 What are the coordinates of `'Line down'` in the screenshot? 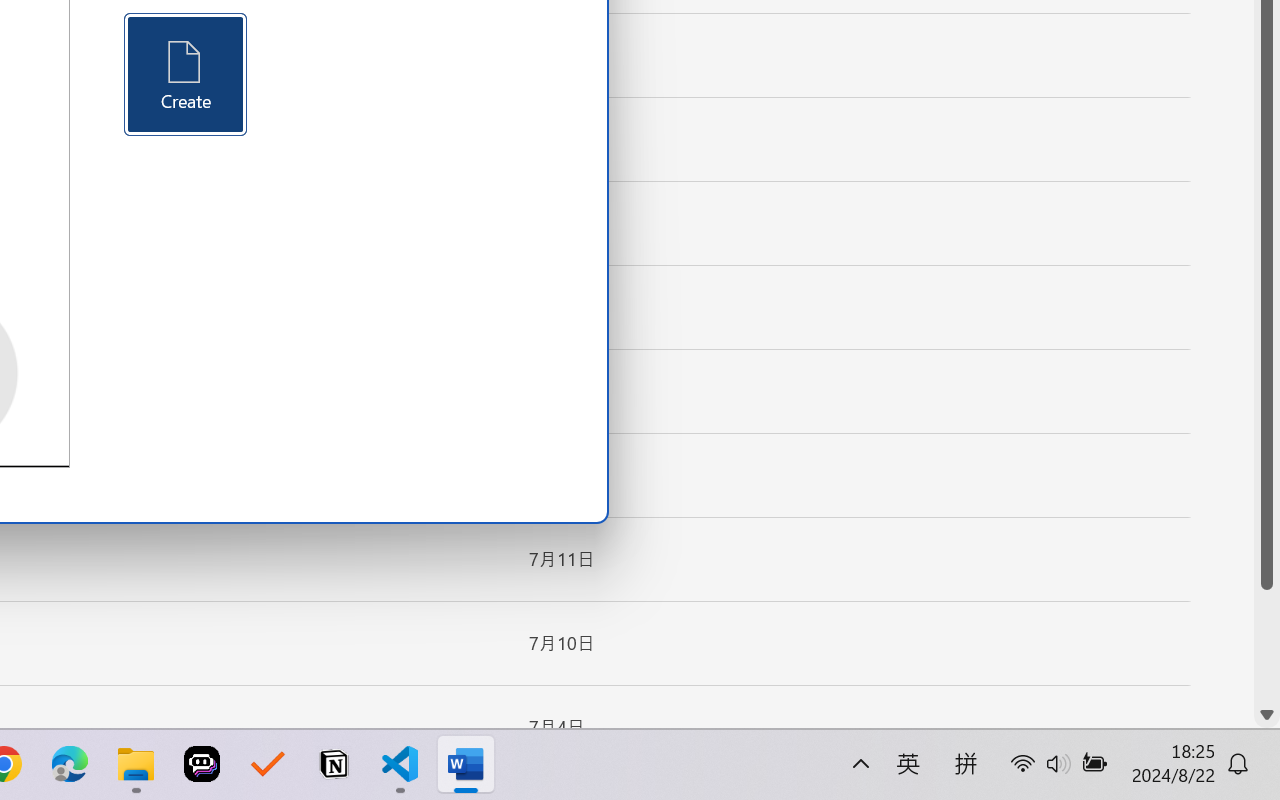 It's located at (1266, 714).